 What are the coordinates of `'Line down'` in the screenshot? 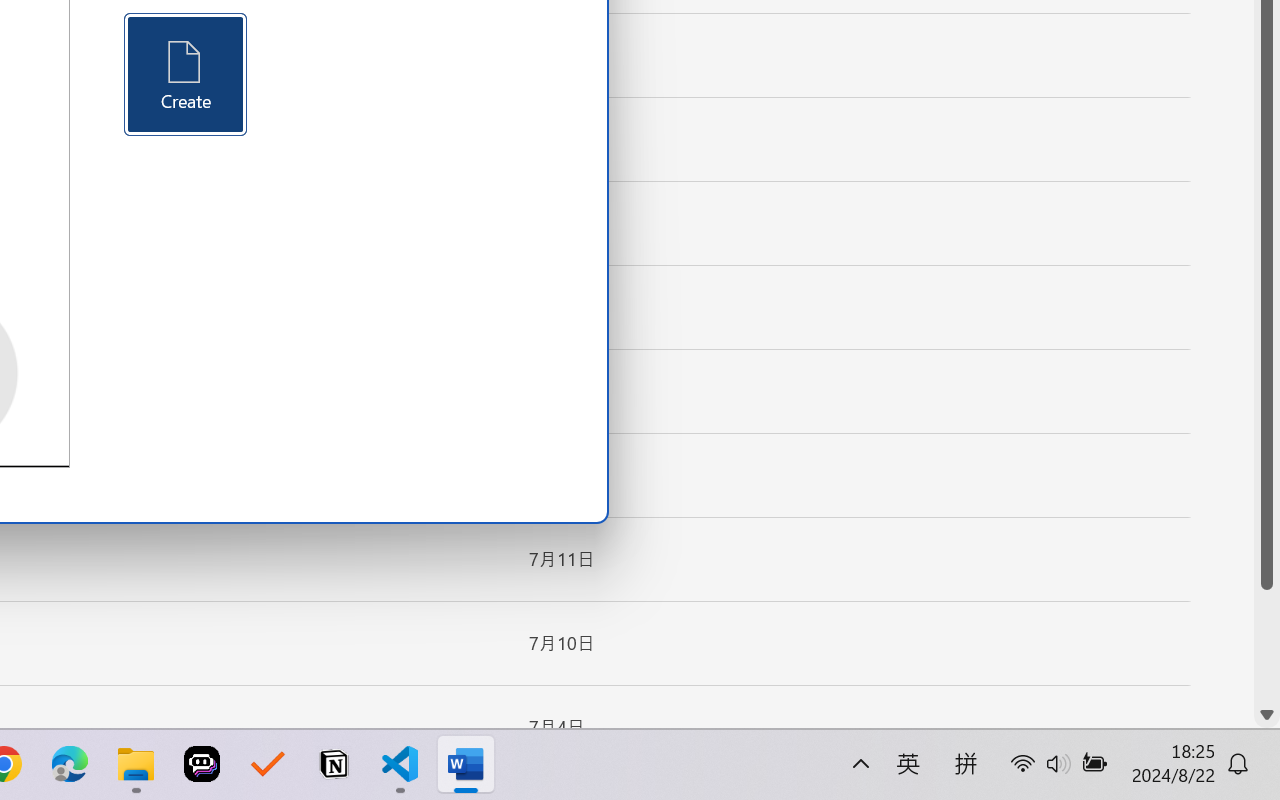 It's located at (1266, 714).